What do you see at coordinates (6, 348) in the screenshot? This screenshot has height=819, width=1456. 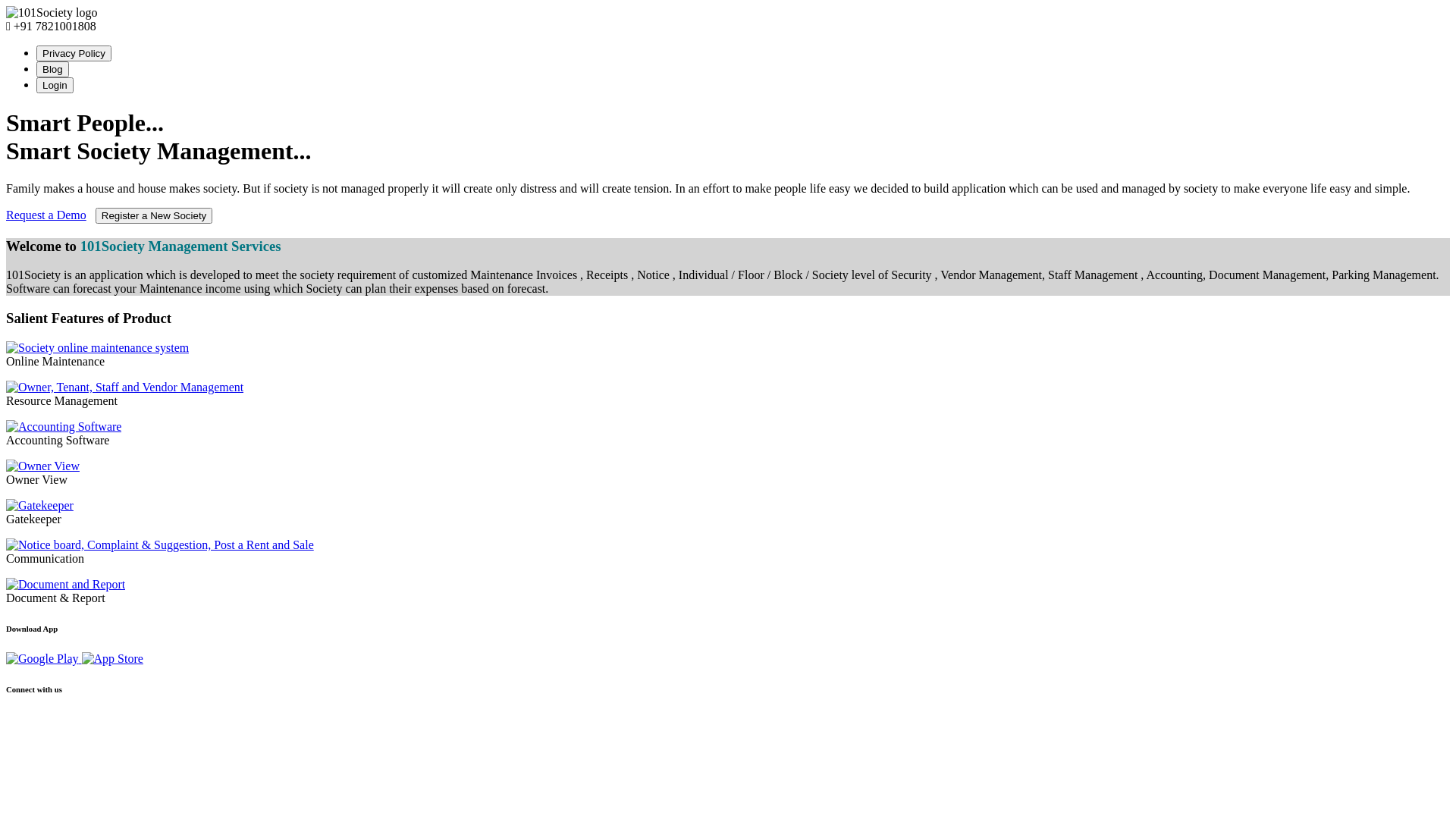 I see `'Society online maintenance software'` at bounding box center [6, 348].